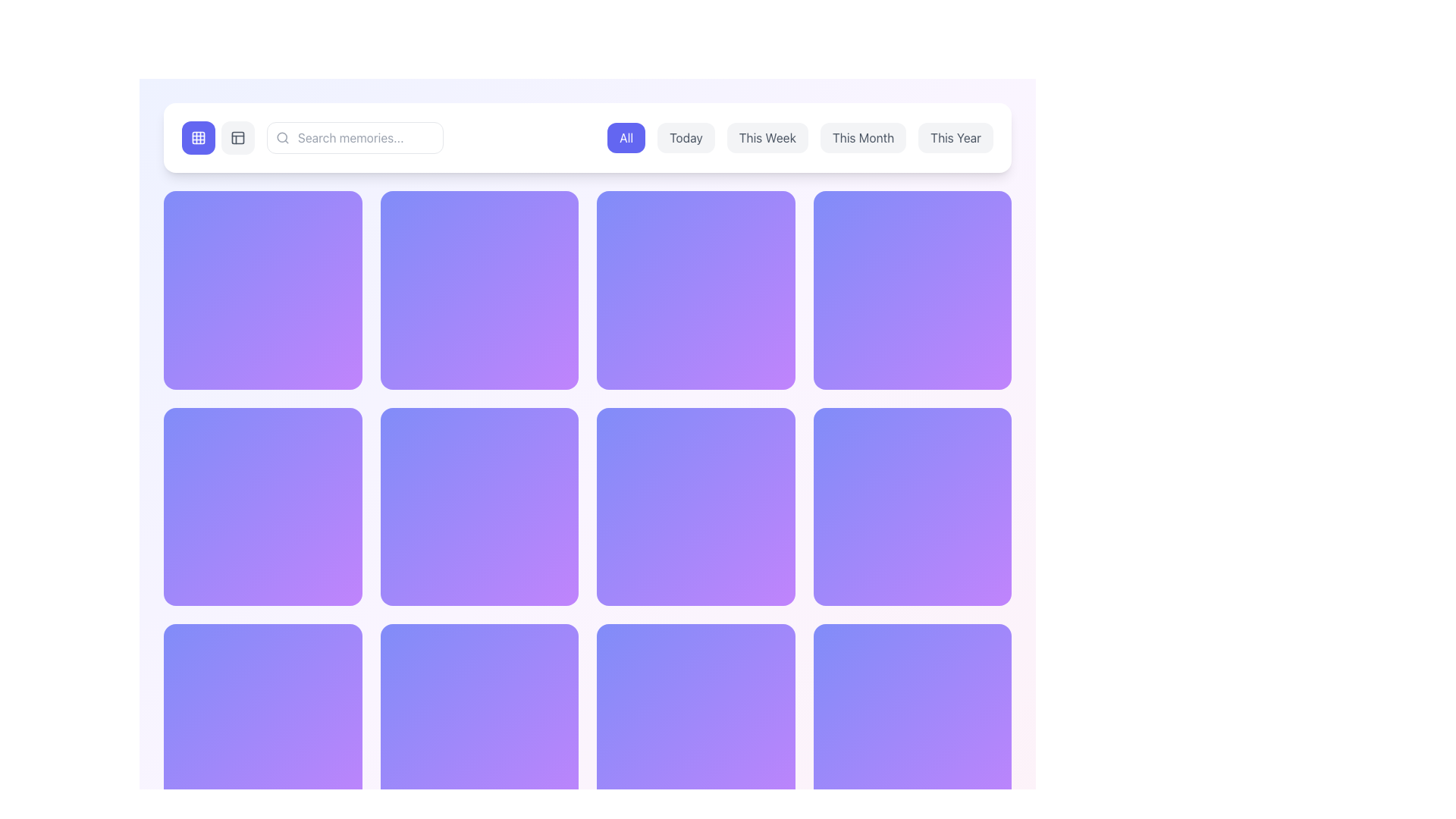 This screenshot has height=819, width=1456. What do you see at coordinates (237, 137) in the screenshot?
I see `the light gray square button with rounded corners and a grid icon located in the header section, adjacent to the blue button` at bounding box center [237, 137].